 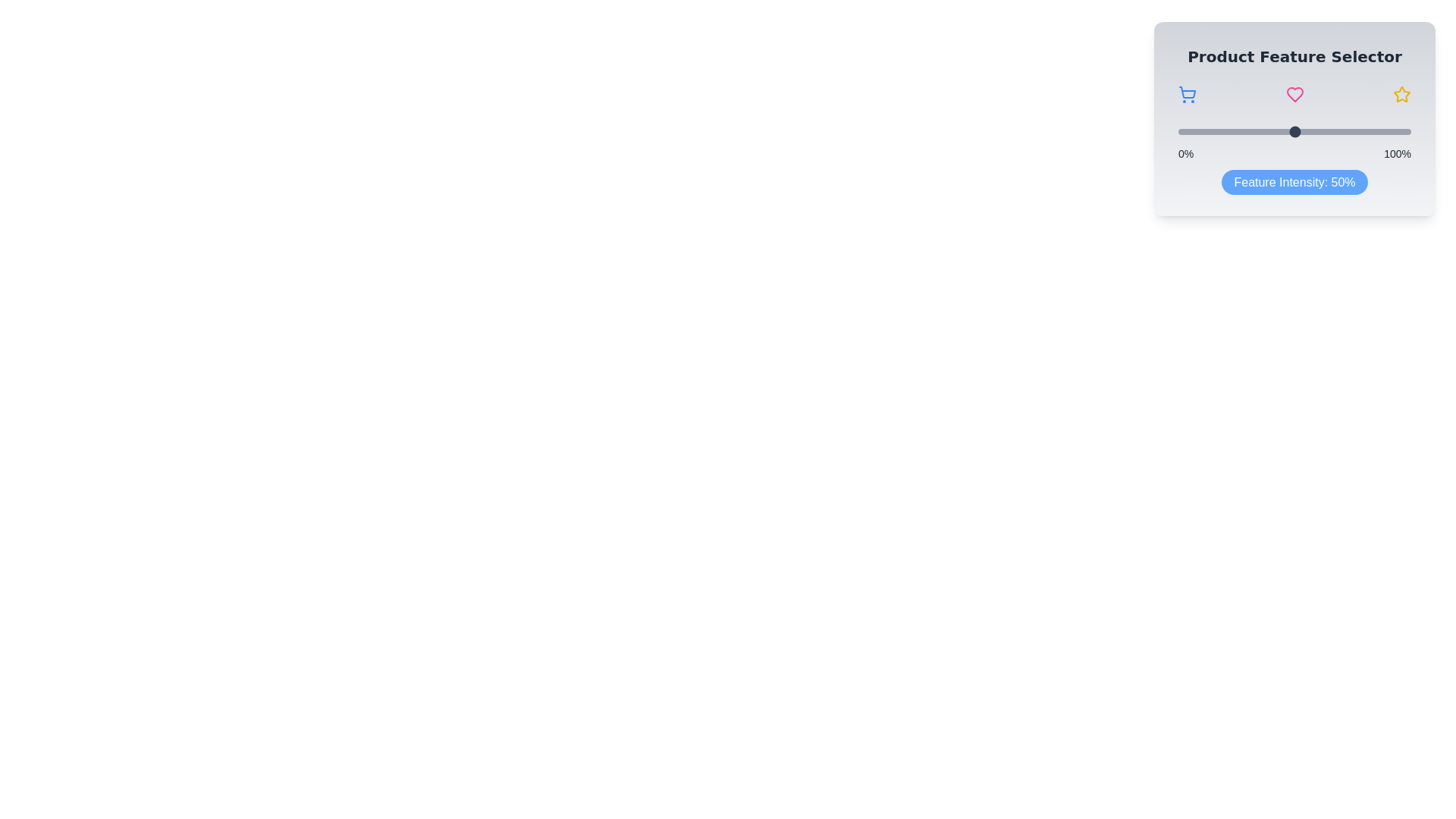 What do you see at coordinates (1186, 94) in the screenshot?
I see `the shopping cart icon` at bounding box center [1186, 94].